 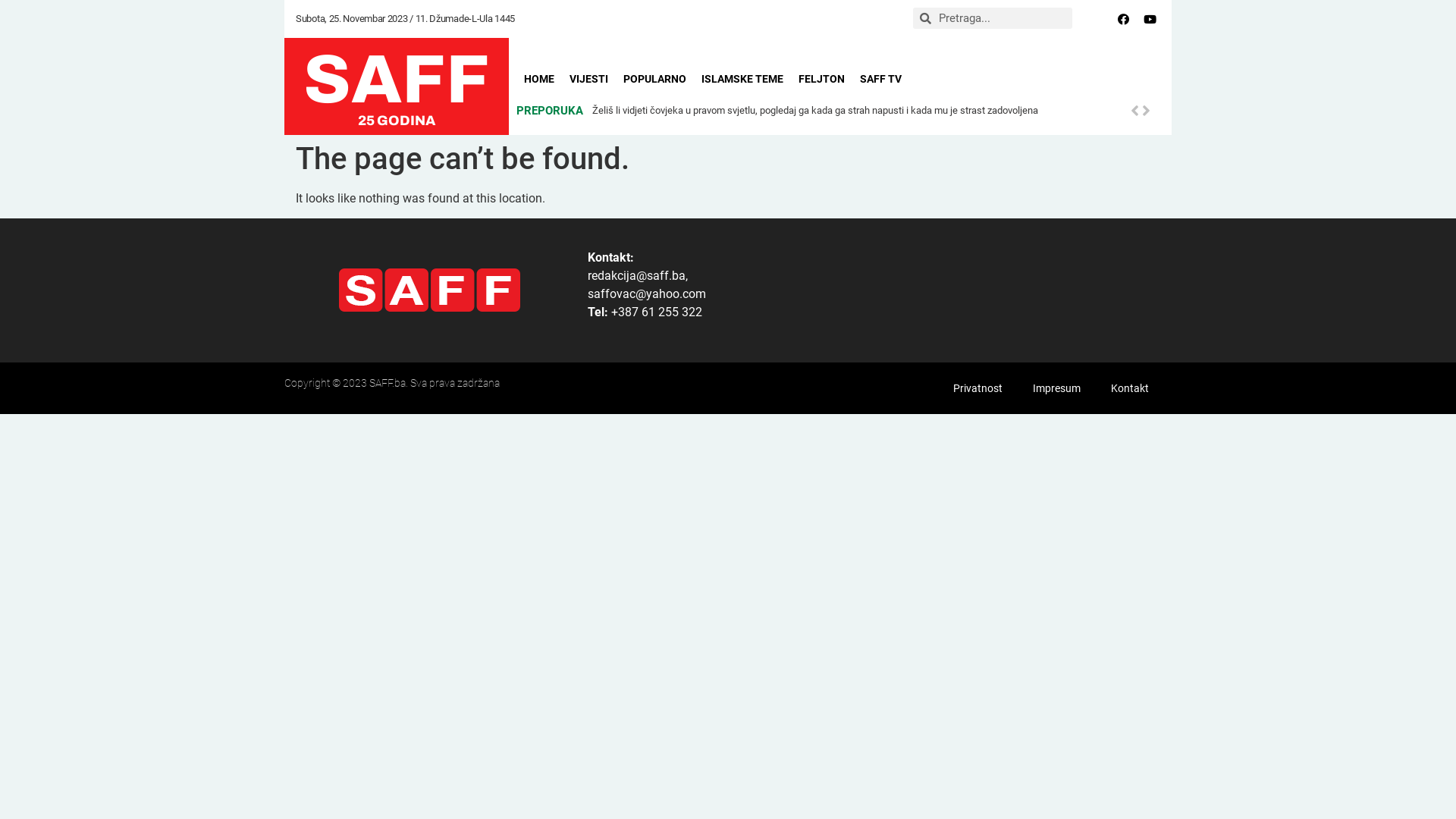 I want to click on 'SAFF TV', so click(x=880, y=79).